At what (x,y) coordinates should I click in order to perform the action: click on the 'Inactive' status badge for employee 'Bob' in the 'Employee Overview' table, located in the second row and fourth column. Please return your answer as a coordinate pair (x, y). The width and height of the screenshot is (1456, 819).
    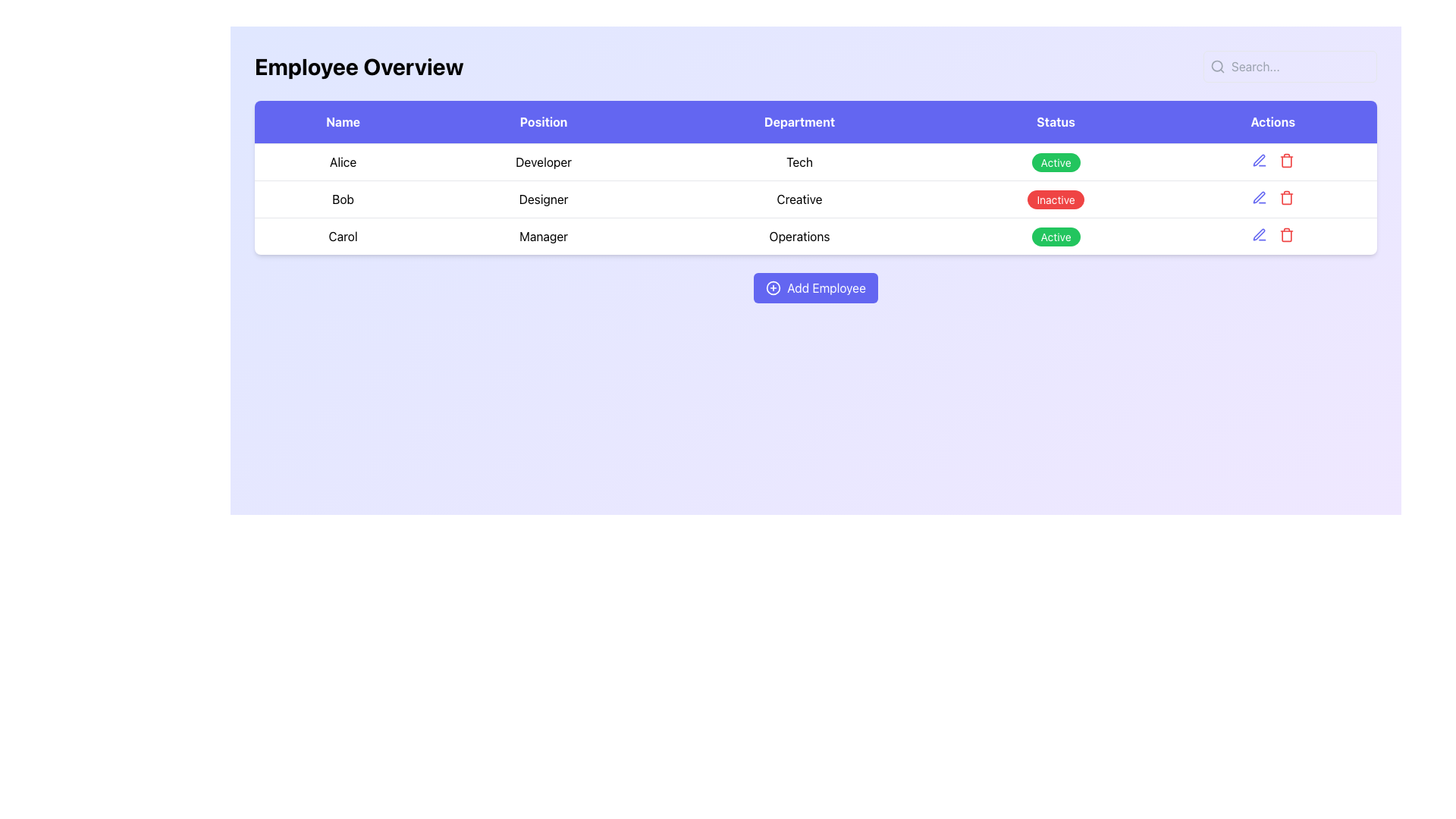
    Looking at the image, I should click on (1055, 198).